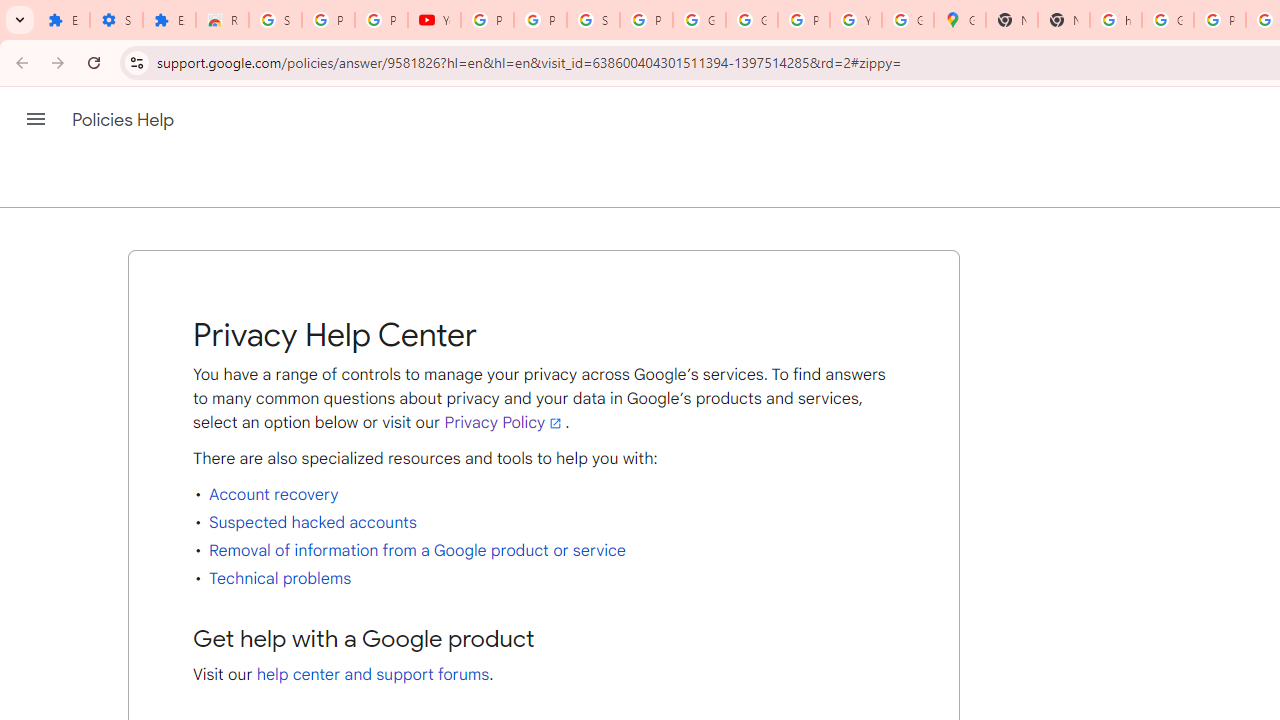  I want to click on 'Suspected hacked accounts', so click(311, 521).